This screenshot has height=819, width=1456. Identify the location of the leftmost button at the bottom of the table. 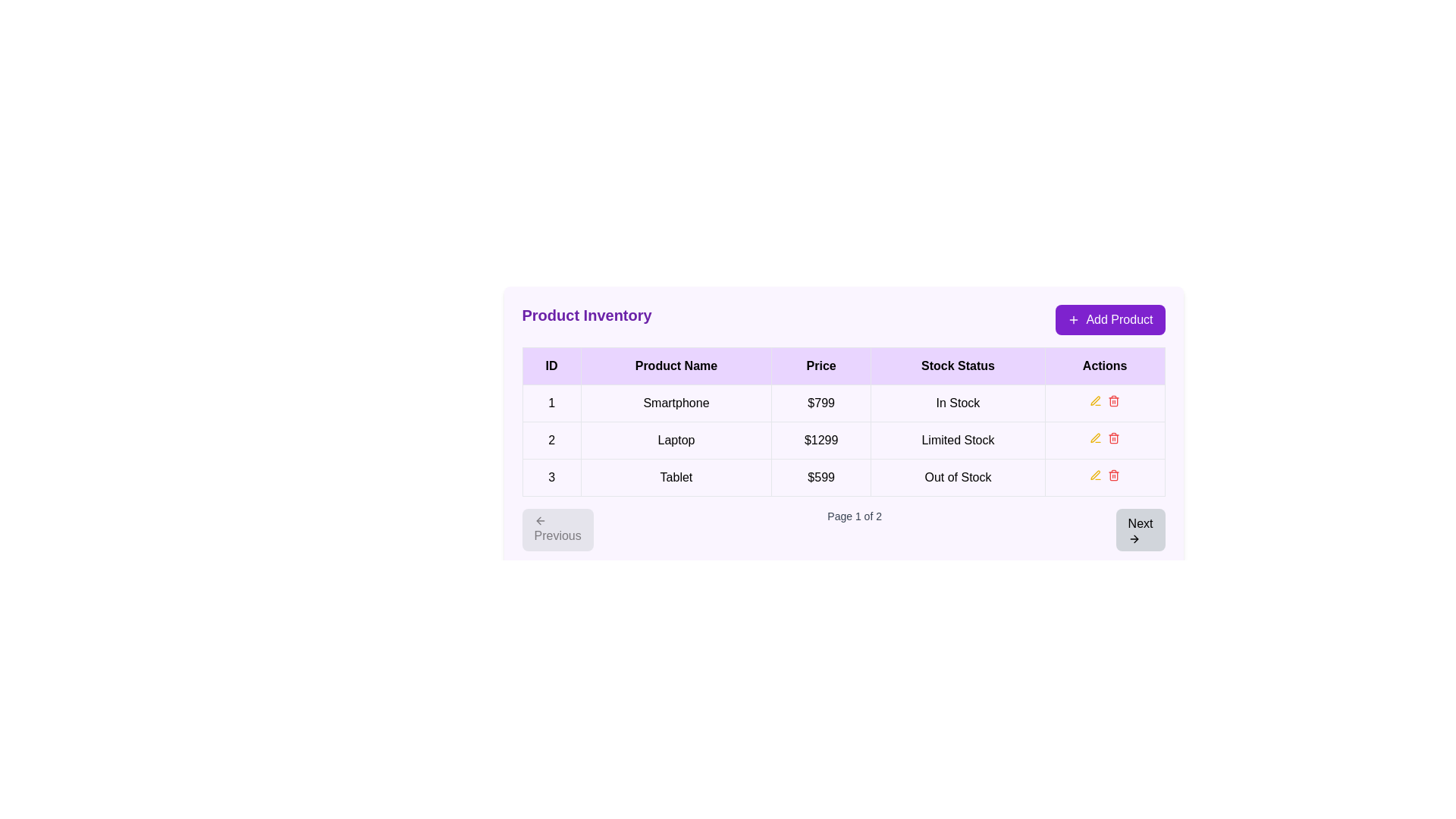
(557, 529).